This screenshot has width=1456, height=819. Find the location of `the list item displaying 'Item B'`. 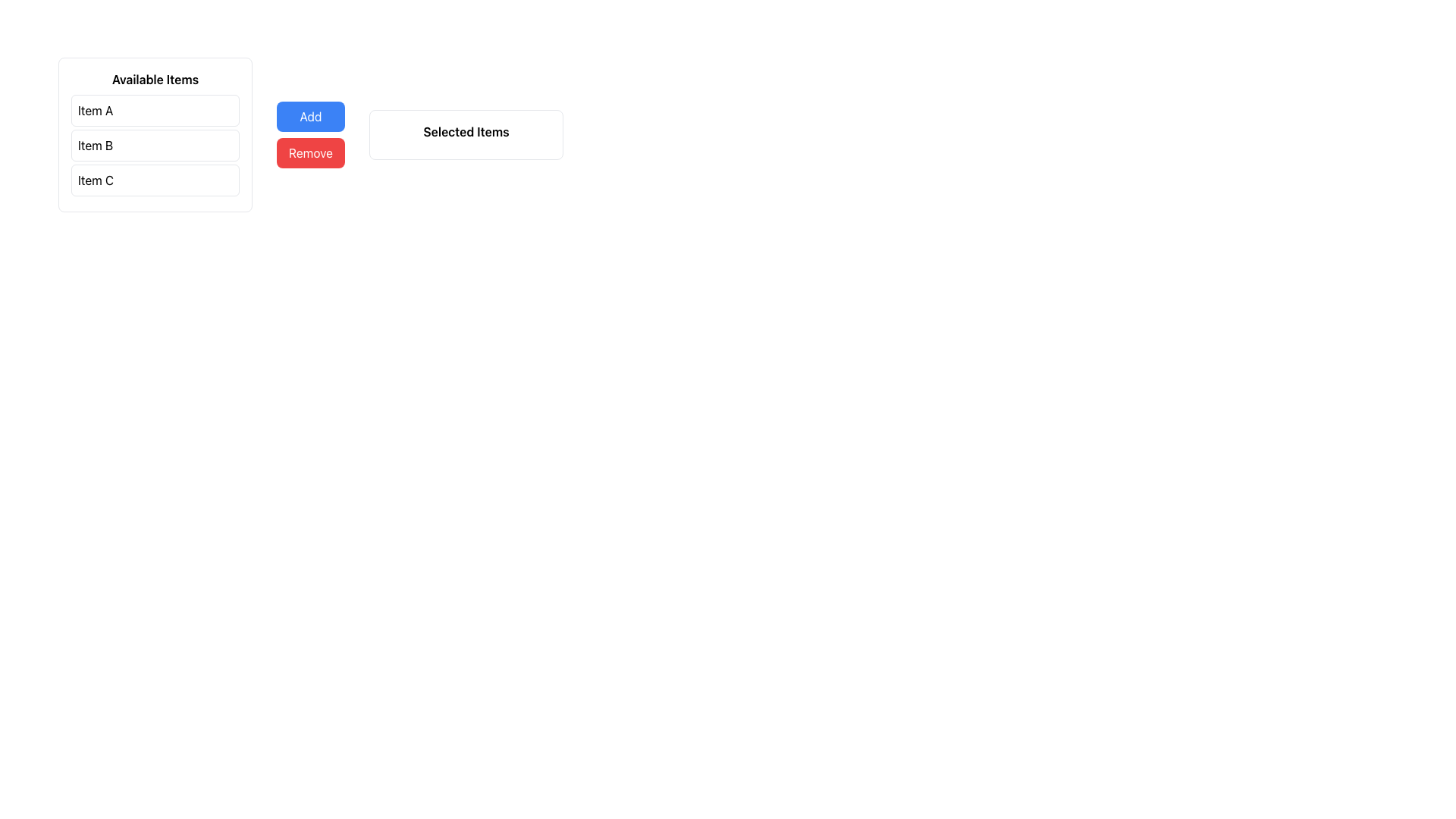

the list item displaying 'Item B' is located at coordinates (155, 146).